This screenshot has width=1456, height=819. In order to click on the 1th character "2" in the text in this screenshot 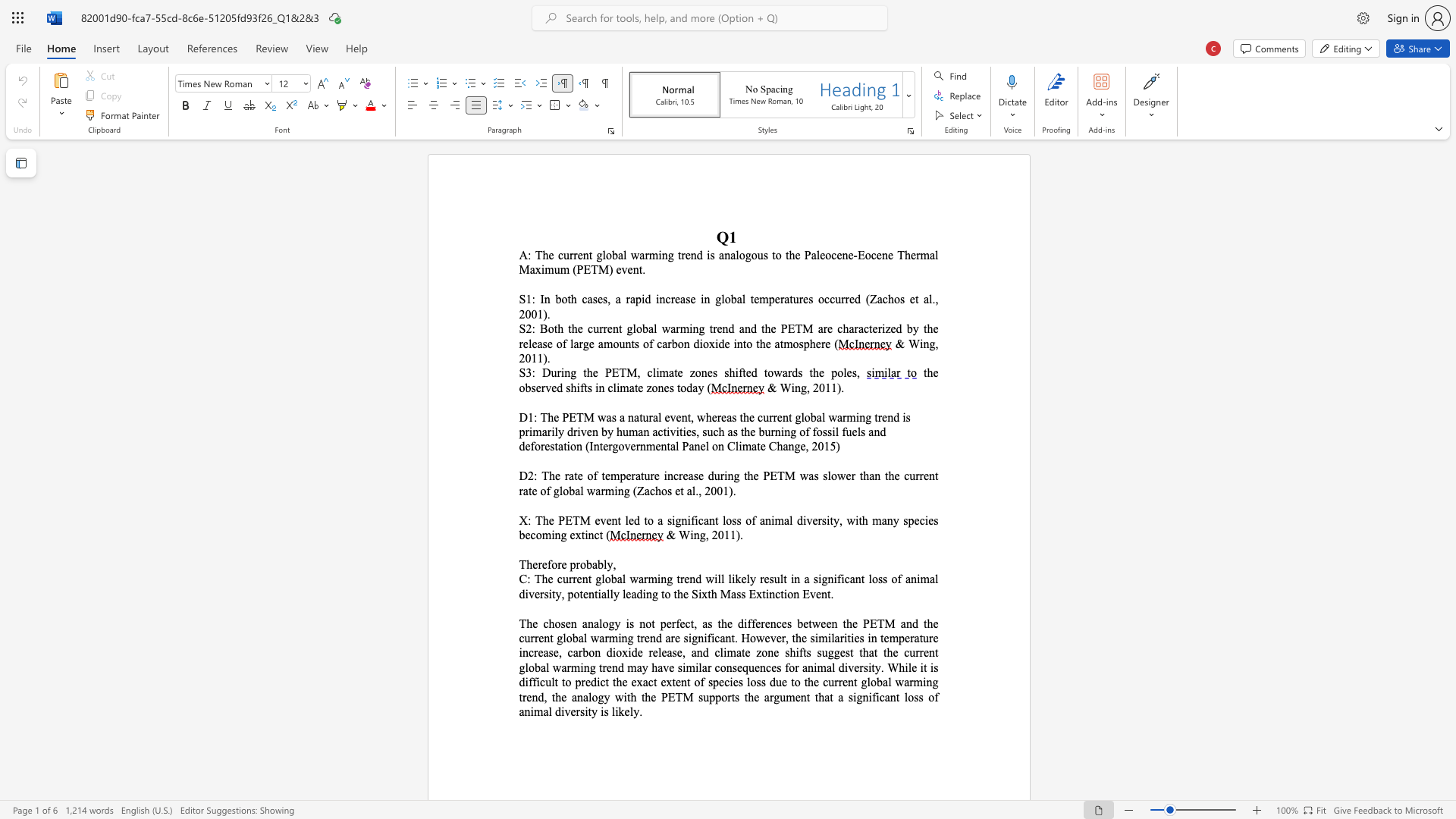, I will do `click(522, 358)`.